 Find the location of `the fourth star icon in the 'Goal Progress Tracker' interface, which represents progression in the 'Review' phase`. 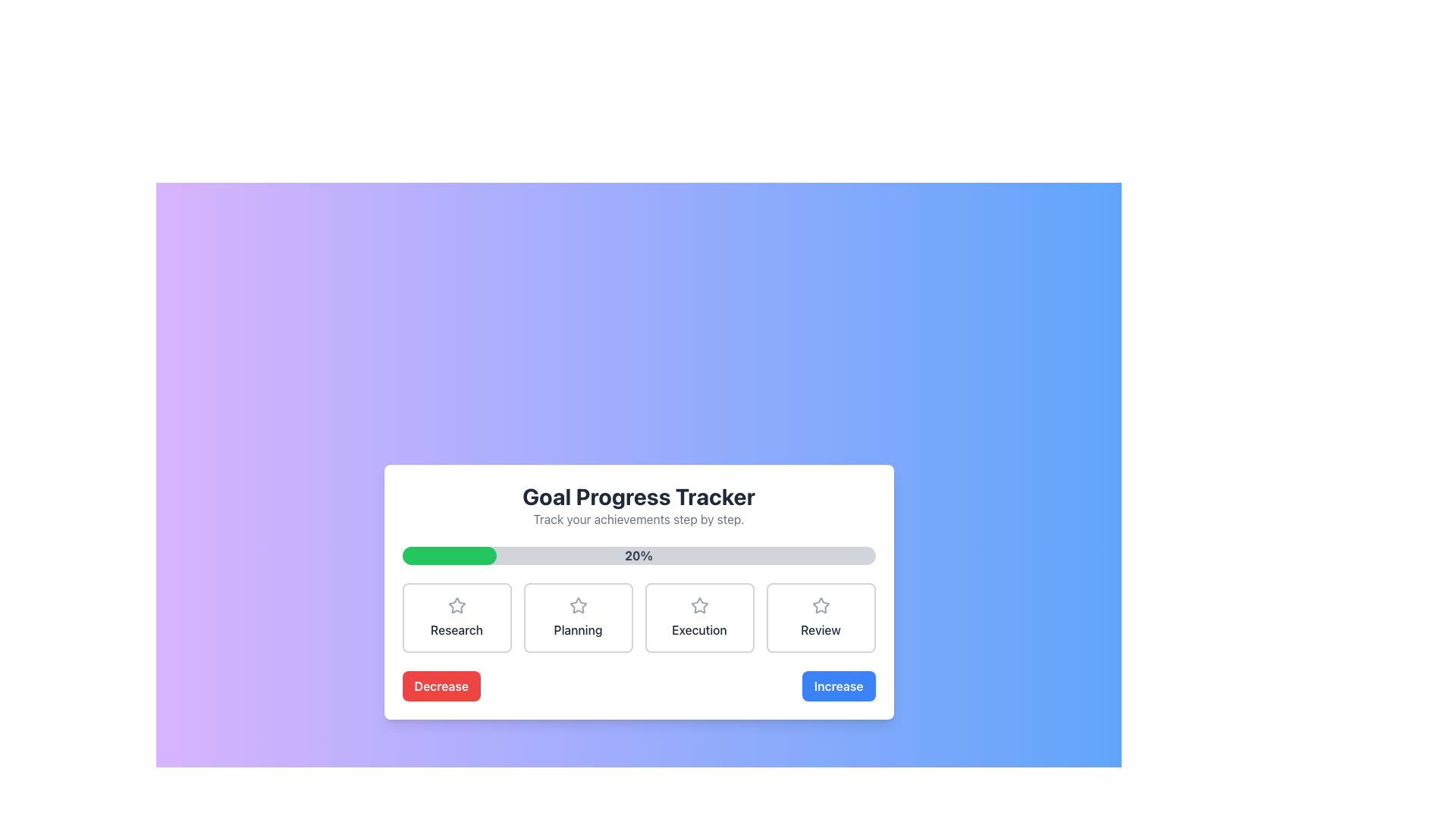

the fourth star icon in the 'Goal Progress Tracker' interface, which represents progression in the 'Review' phase is located at coordinates (820, 604).